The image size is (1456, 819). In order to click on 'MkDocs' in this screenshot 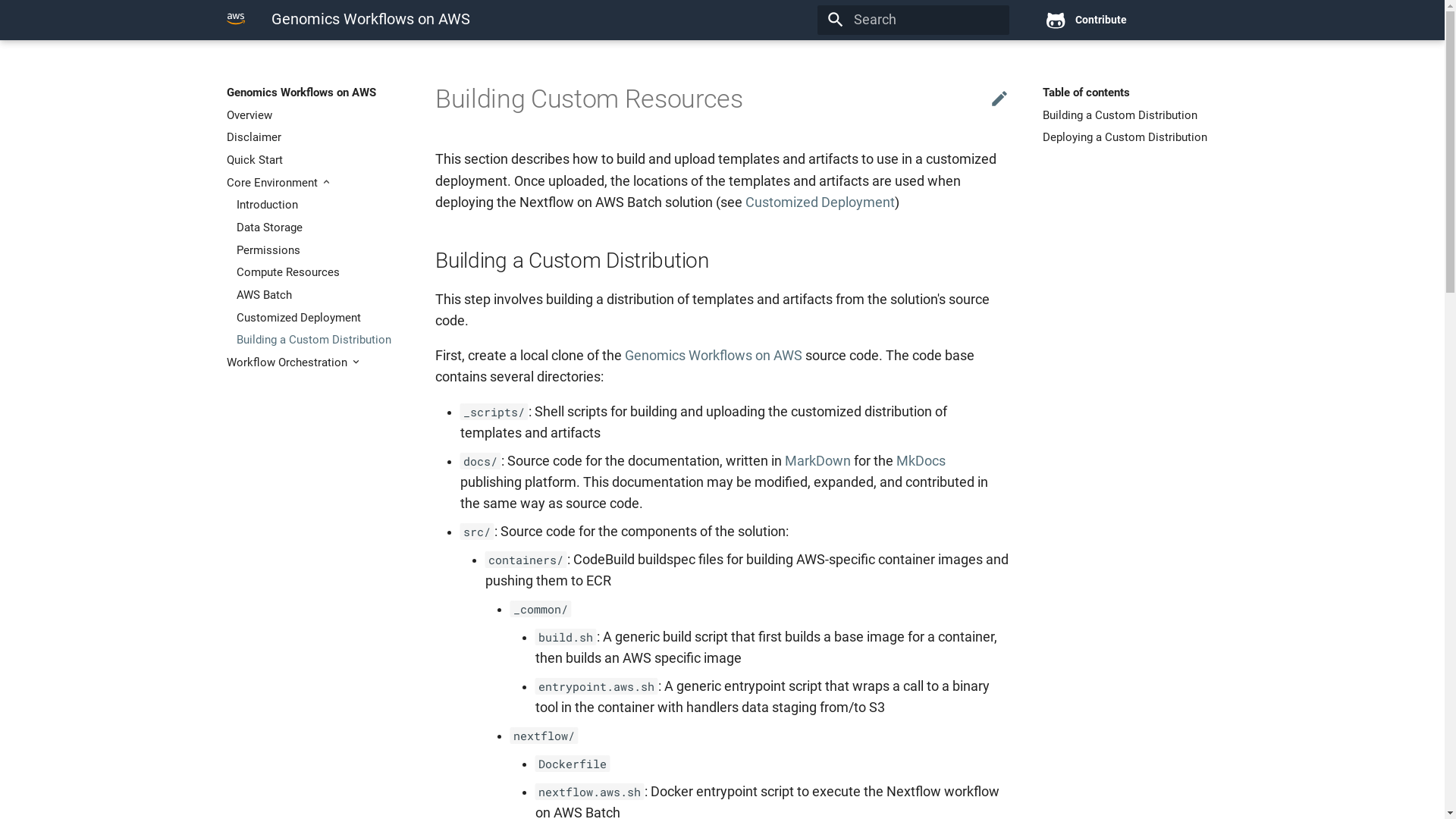, I will do `click(920, 460)`.